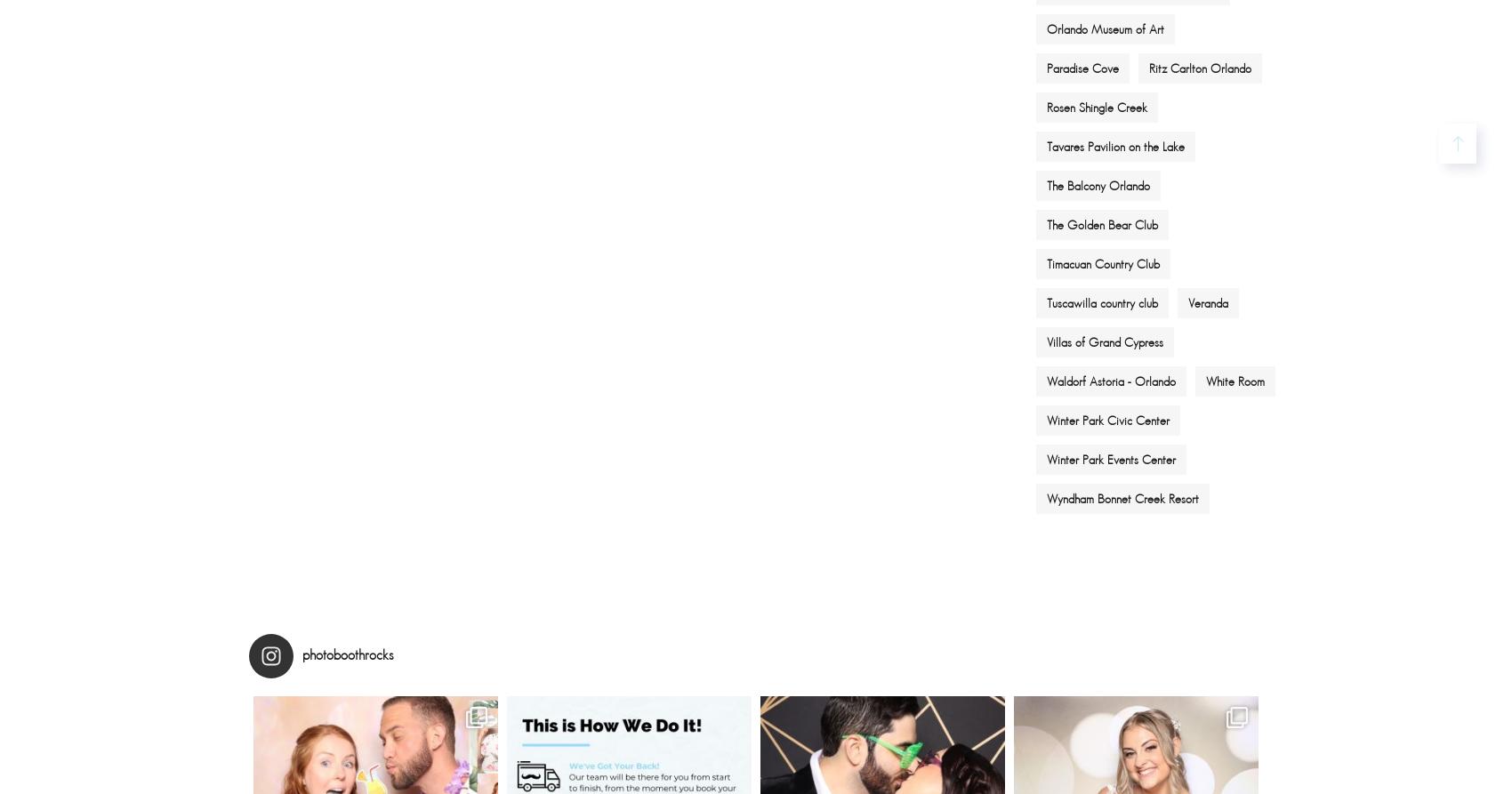  Describe the element at coordinates (1082, 67) in the screenshot. I see `'Paradise Cove'` at that location.